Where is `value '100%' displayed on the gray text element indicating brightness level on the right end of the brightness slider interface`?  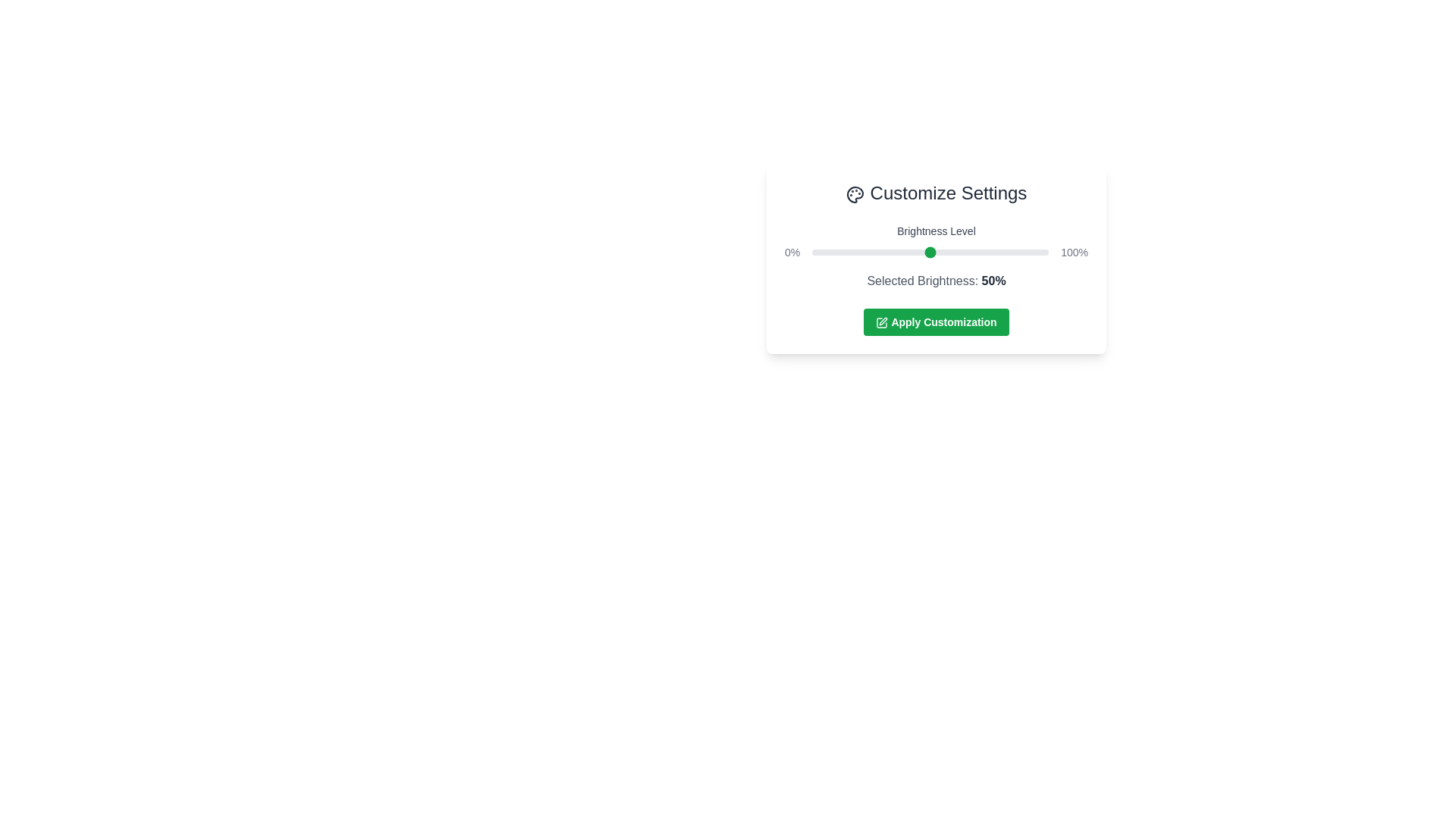
value '100%' displayed on the gray text element indicating brightness level on the right end of the brightness slider interface is located at coordinates (1074, 251).